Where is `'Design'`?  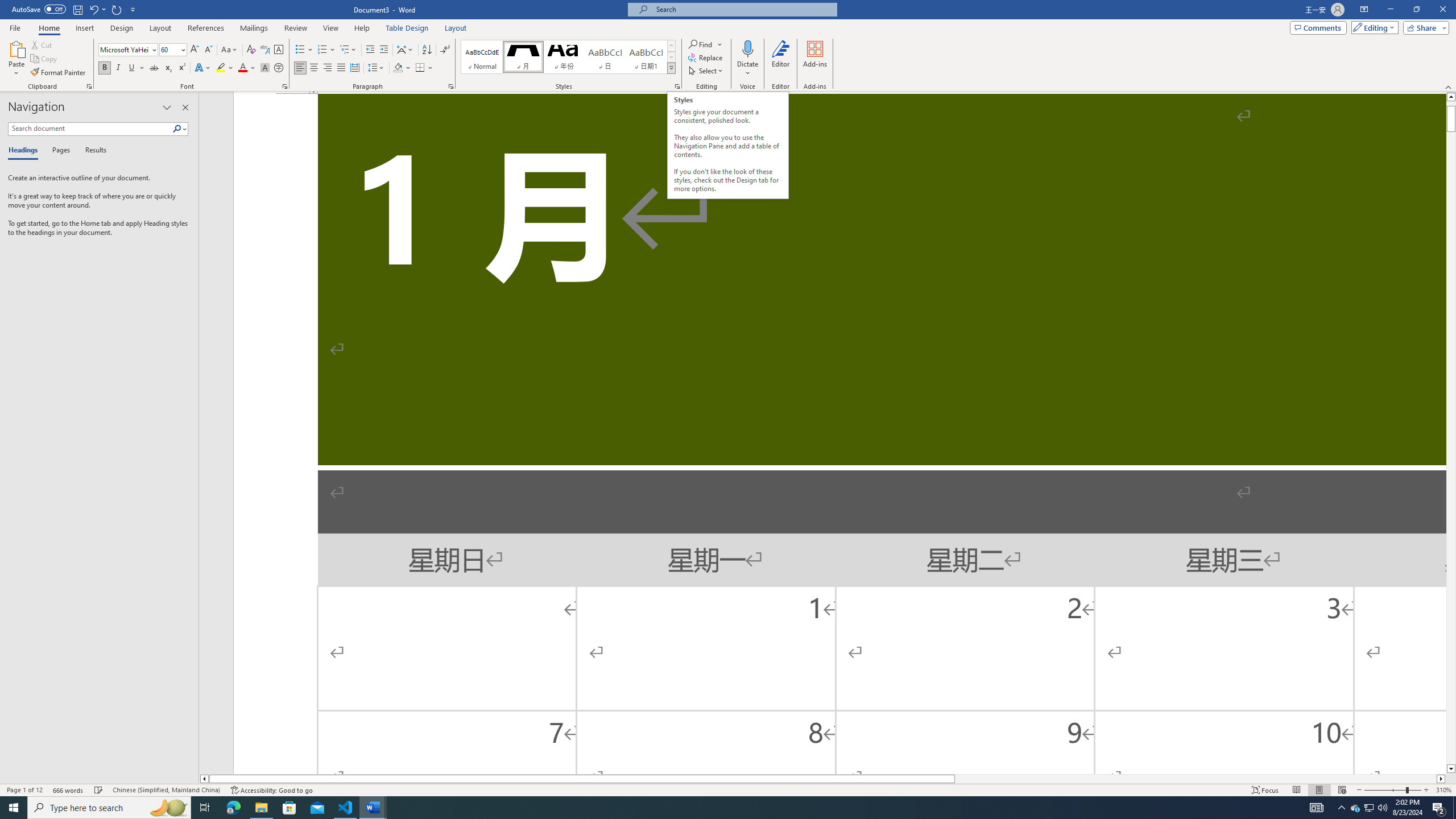
'Design' is located at coordinates (122, 28).